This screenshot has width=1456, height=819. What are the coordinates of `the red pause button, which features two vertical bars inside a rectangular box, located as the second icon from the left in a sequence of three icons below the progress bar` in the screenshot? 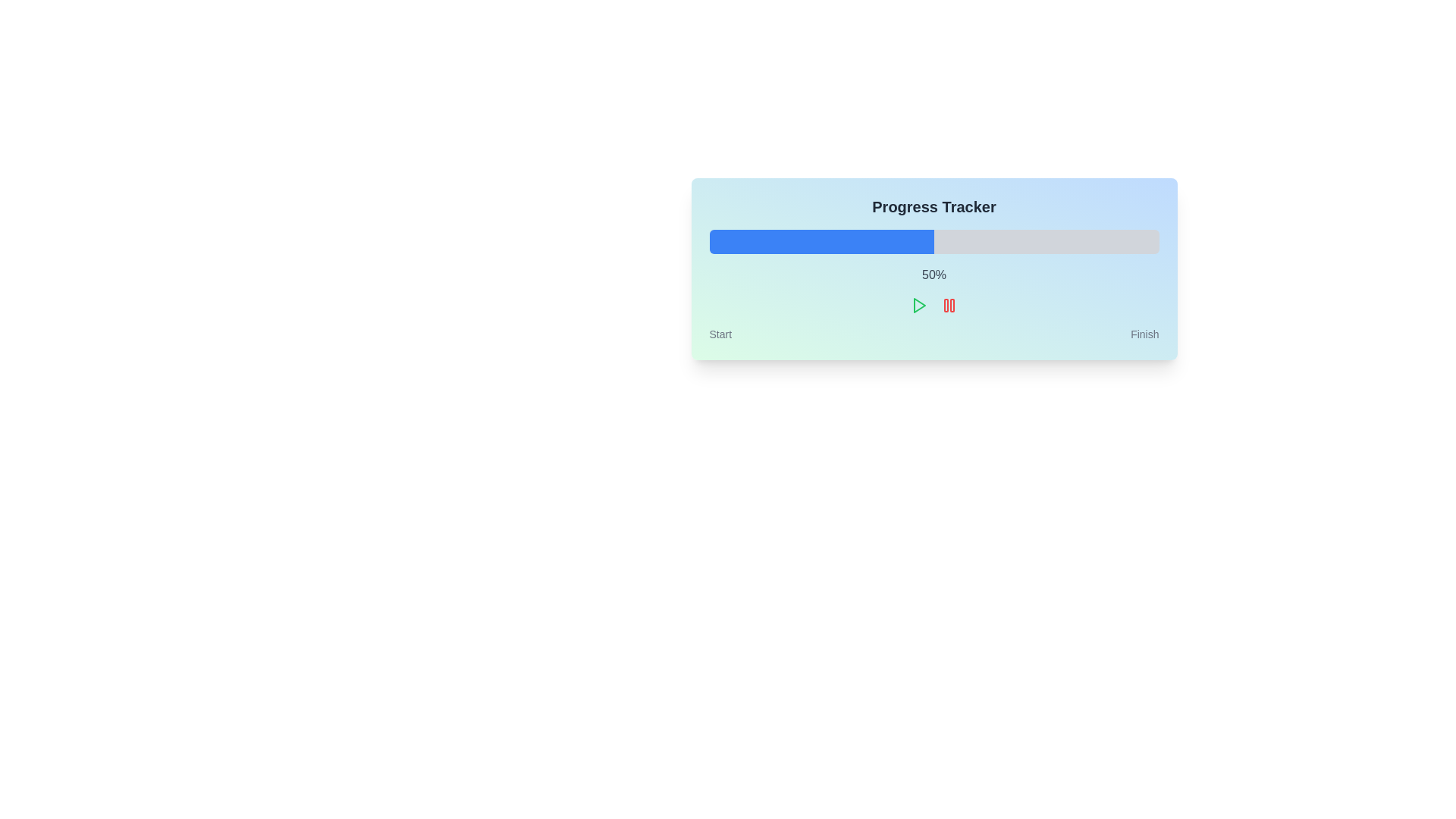 It's located at (949, 305).